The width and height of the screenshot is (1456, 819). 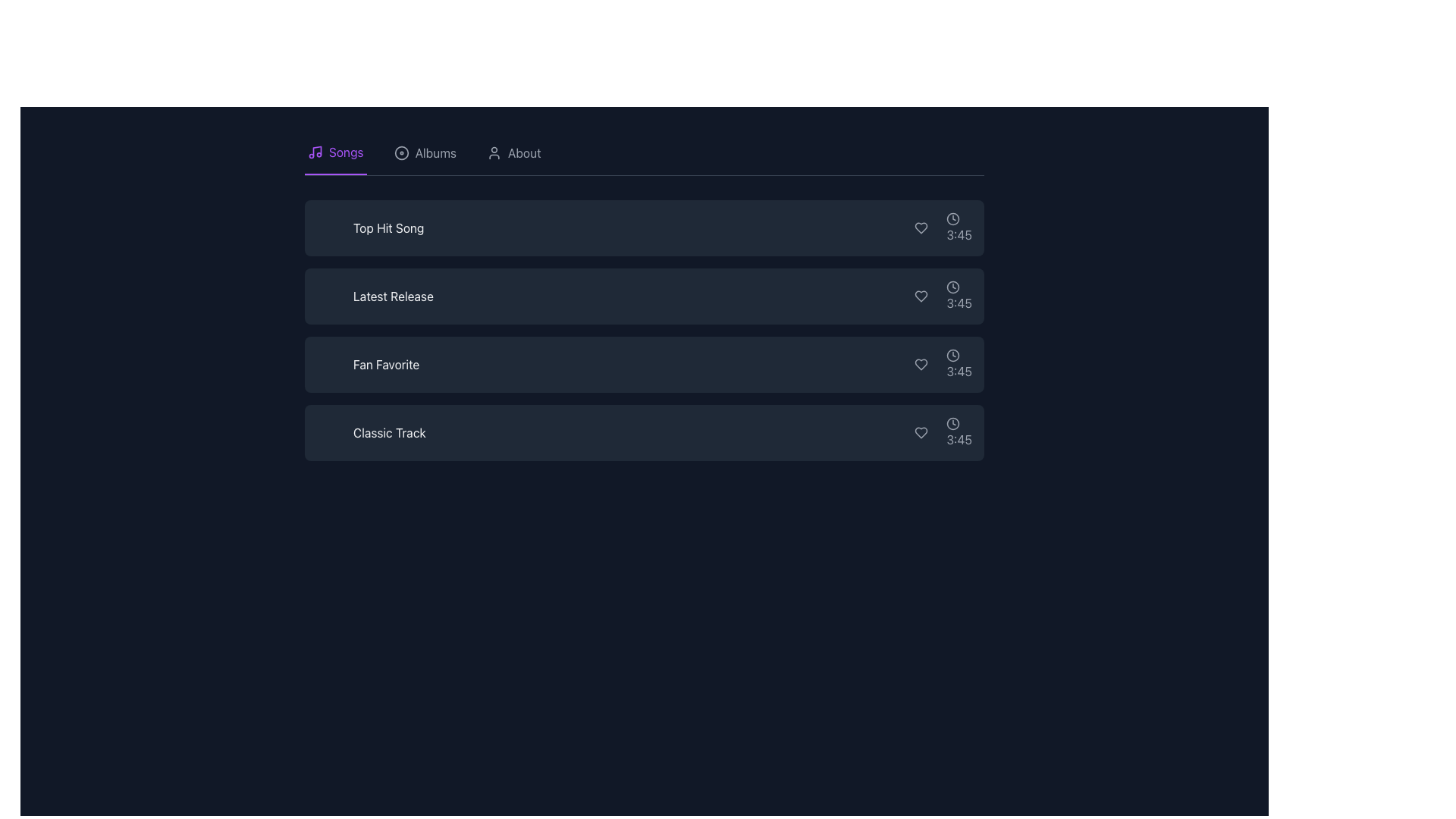 I want to click on the 'Songs' tab, which is the first tab in the navigation bar, styled with purple text and a purple underline, to potentially see a tooltip, so click(x=334, y=152).